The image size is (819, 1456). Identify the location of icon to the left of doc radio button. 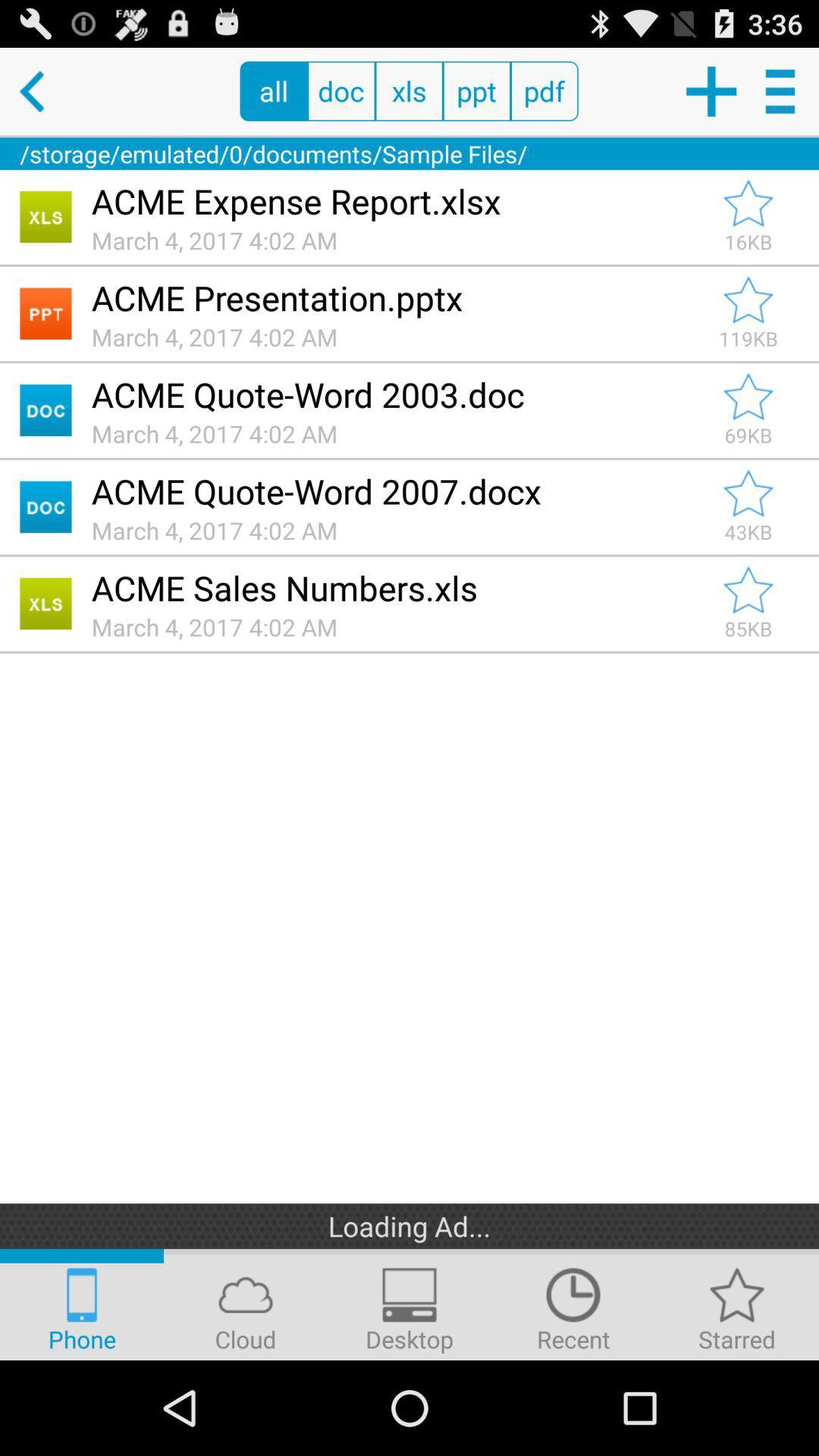
(274, 90).